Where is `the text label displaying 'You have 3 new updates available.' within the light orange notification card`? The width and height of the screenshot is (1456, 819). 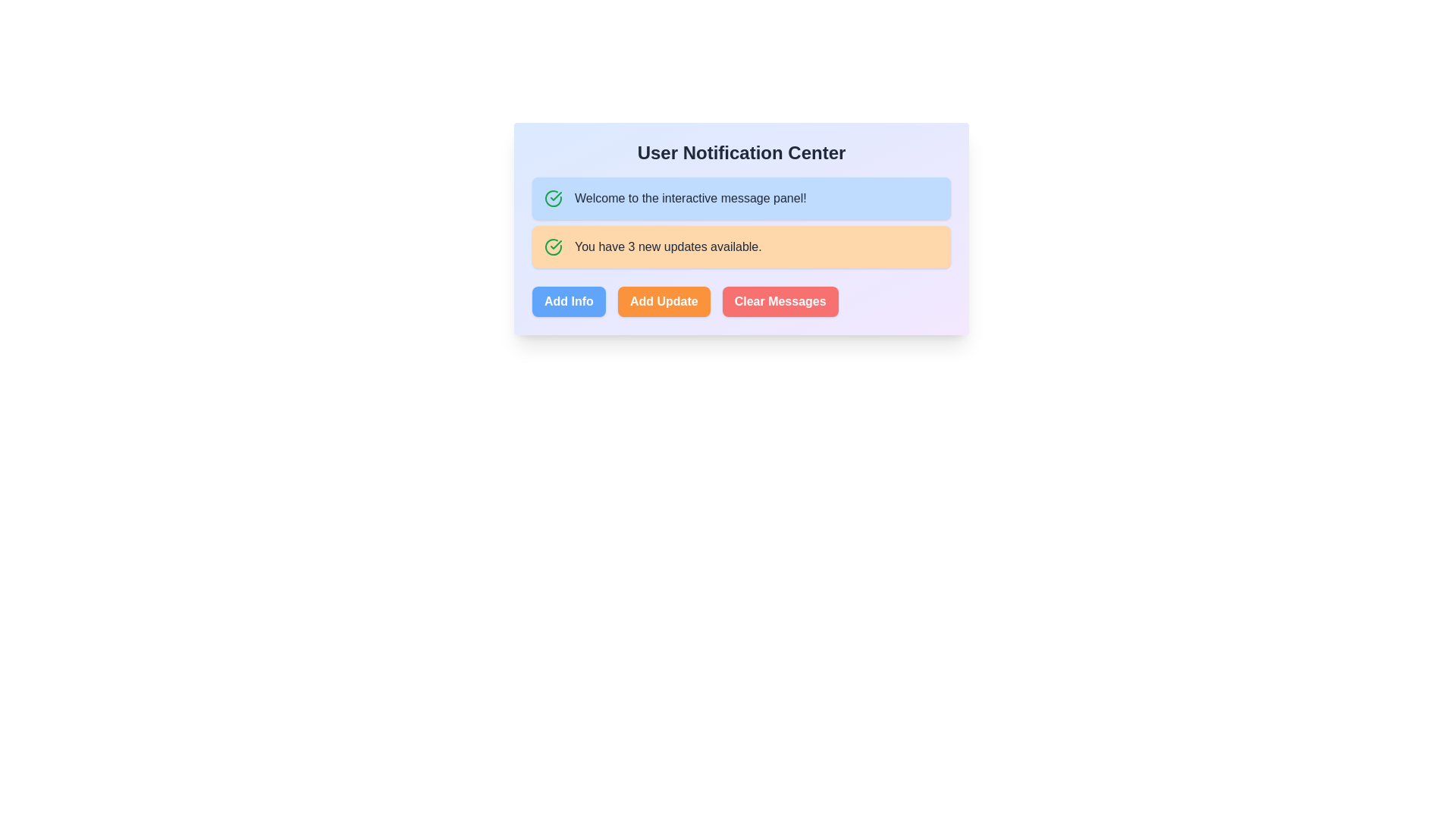
the text label displaying 'You have 3 new updates available.' within the light orange notification card is located at coordinates (667, 246).